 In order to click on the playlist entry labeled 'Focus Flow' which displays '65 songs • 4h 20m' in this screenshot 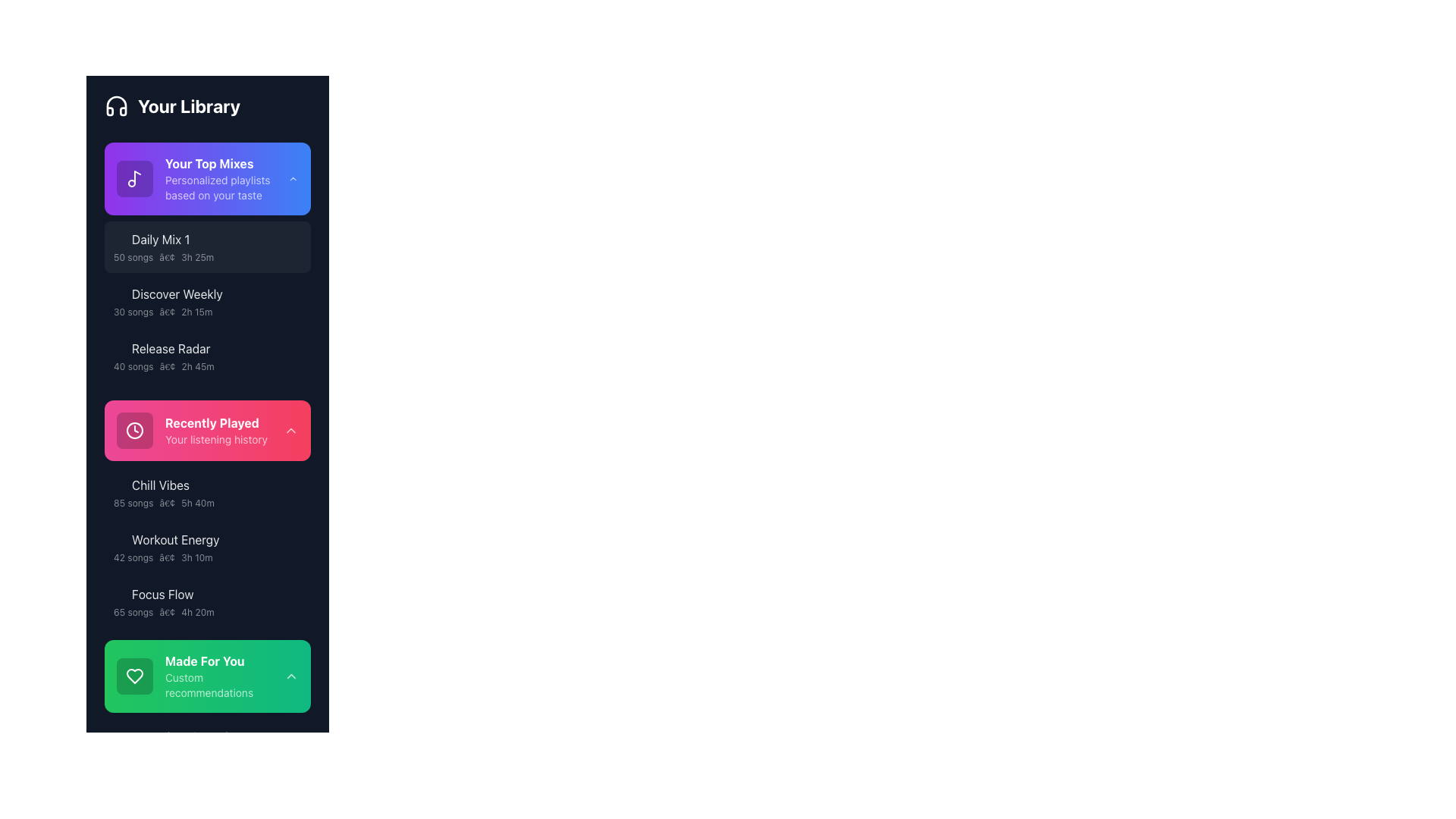, I will do `click(206, 601)`.